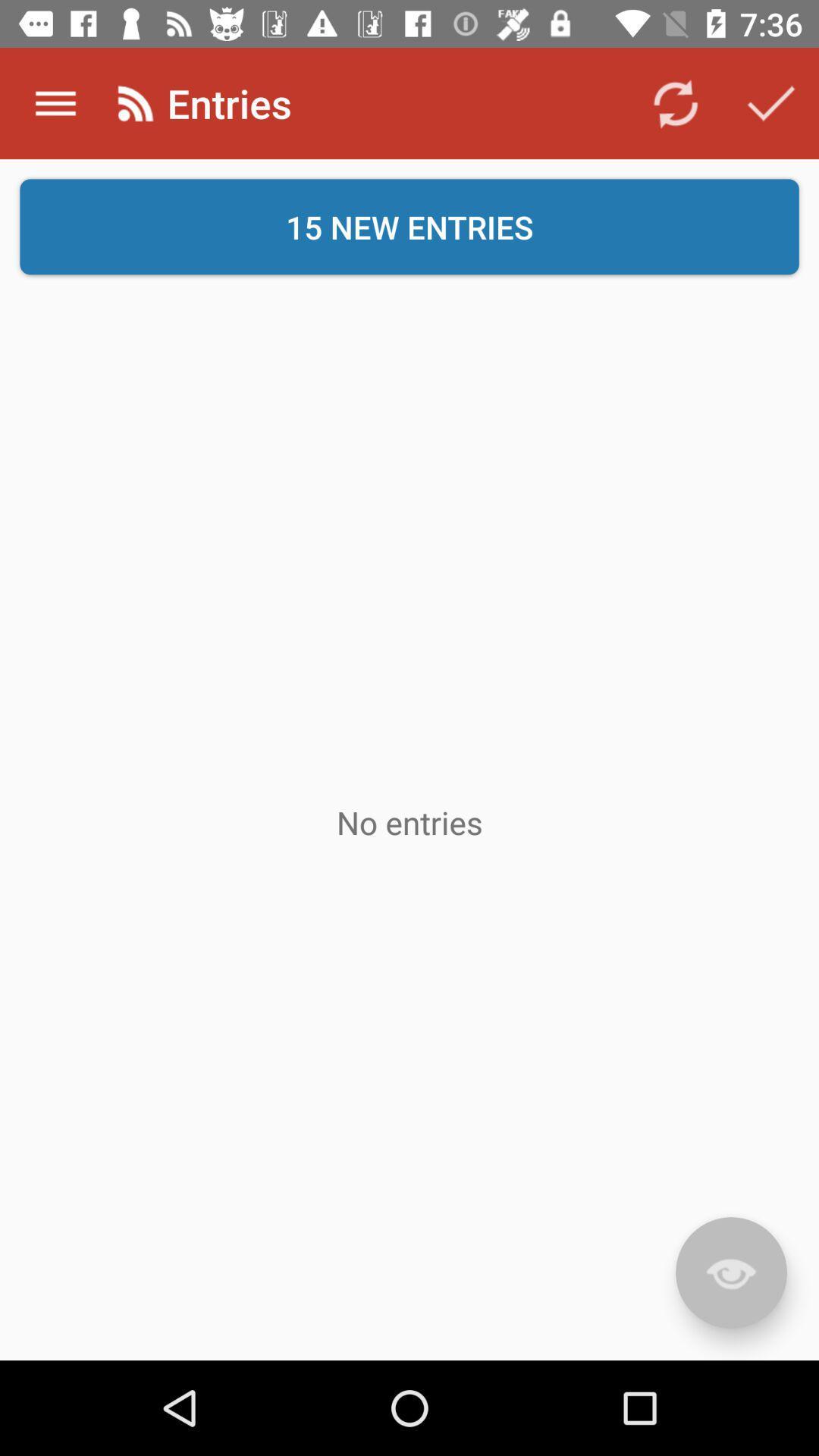 This screenshot has height=1456, width=819. Describe the element at coordinates (55, 102) in the screenshot. I see `the button above 15 new entries item` at that location.